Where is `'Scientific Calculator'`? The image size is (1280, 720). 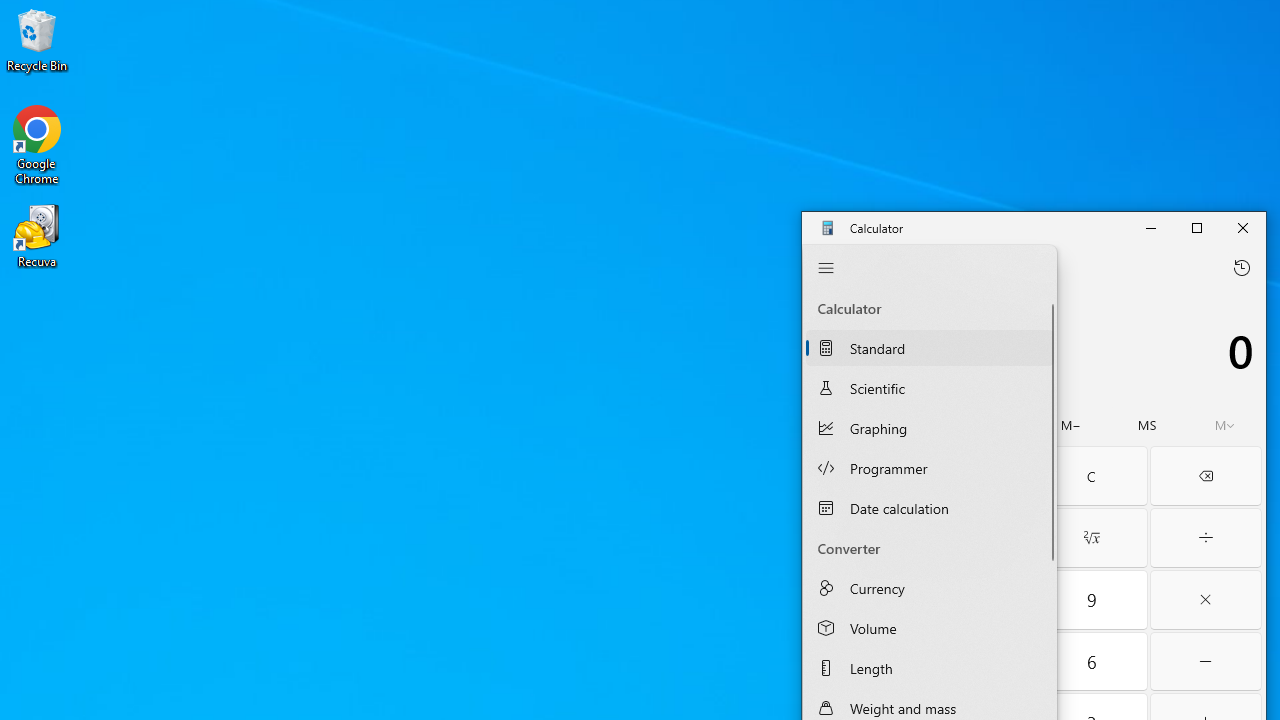
'Scientific Calculator' is located at coordinates (928, 388).